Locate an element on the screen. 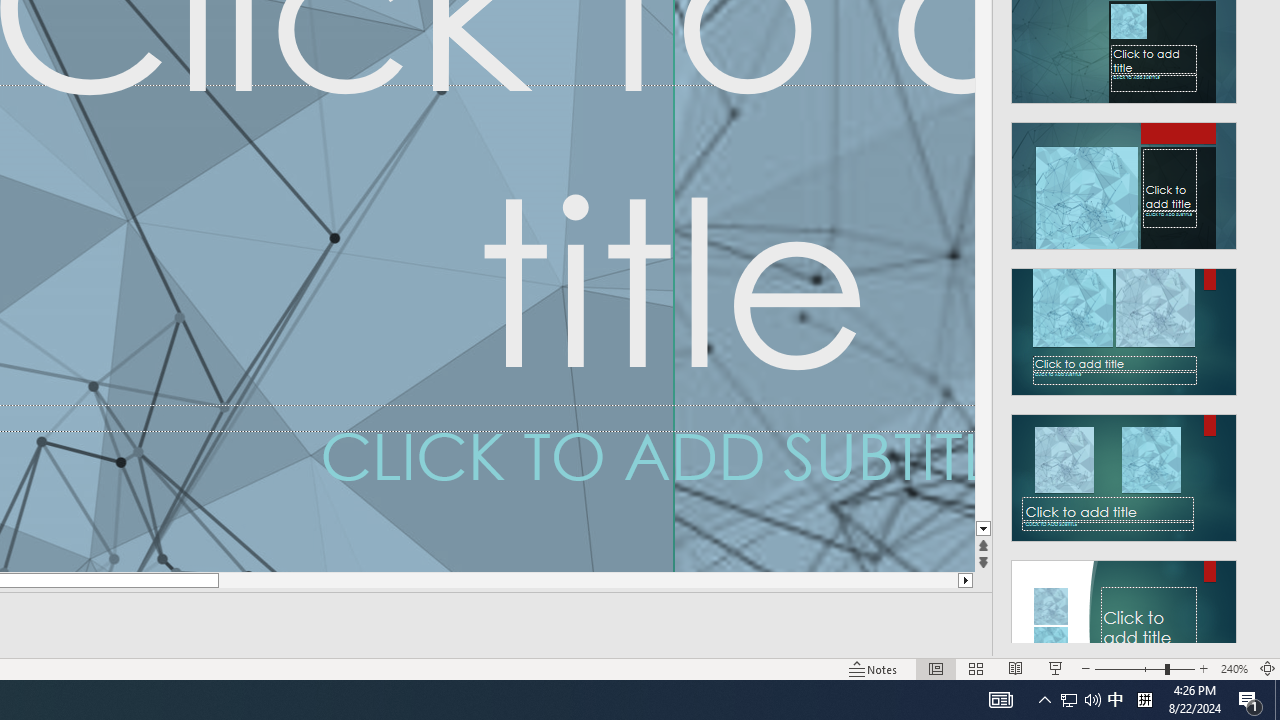 The image size is (1280, 720). 'Reading View' is located at coordinates (1015, 669).